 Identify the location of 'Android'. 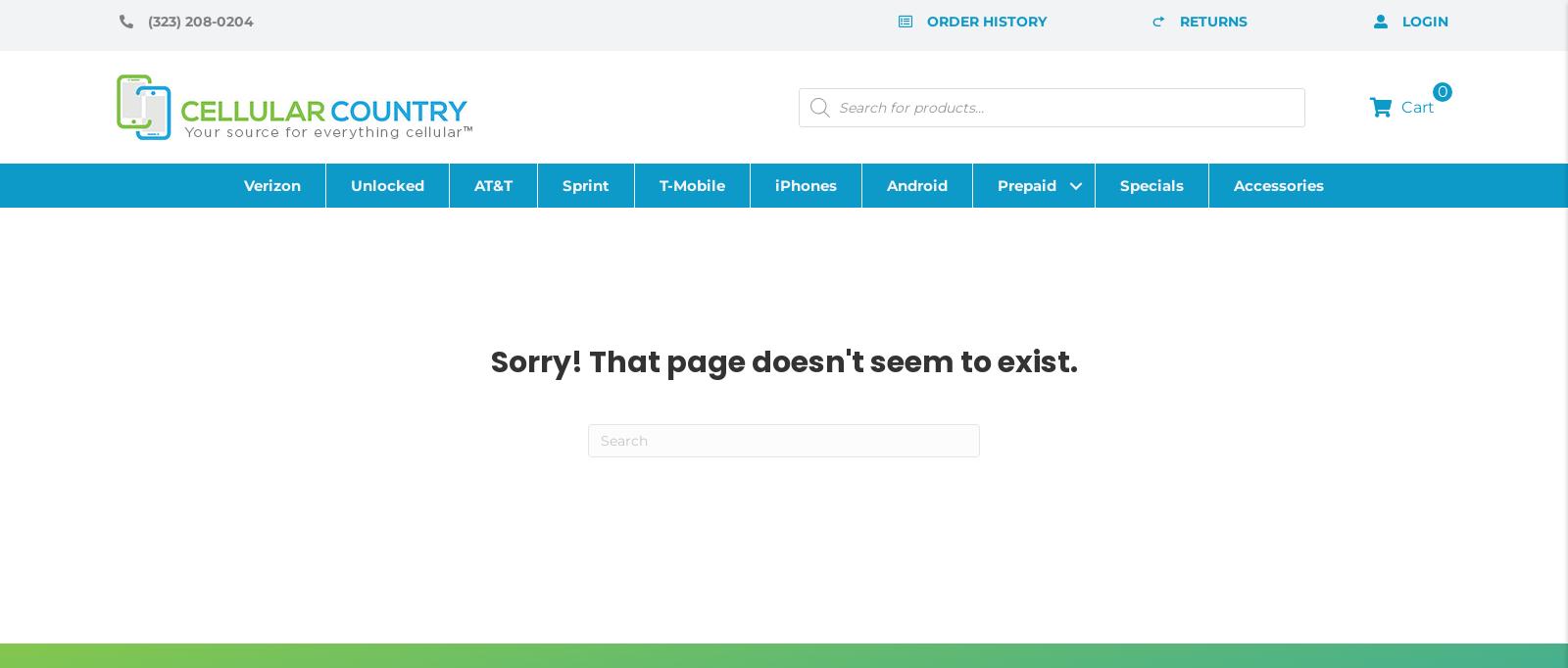
(885, 185).